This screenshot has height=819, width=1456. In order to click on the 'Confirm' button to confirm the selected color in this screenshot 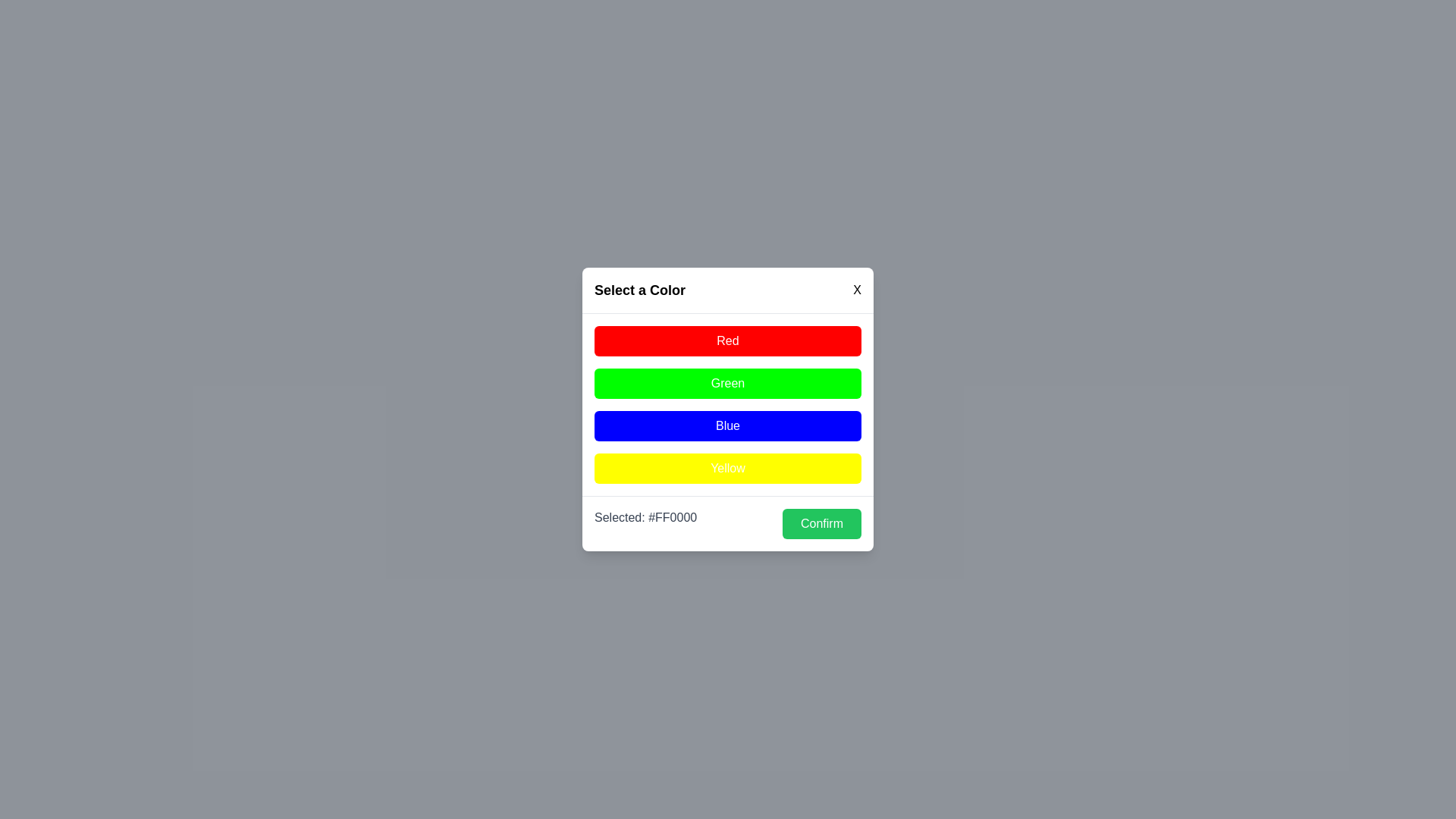, I will do `click(821, 522)`.